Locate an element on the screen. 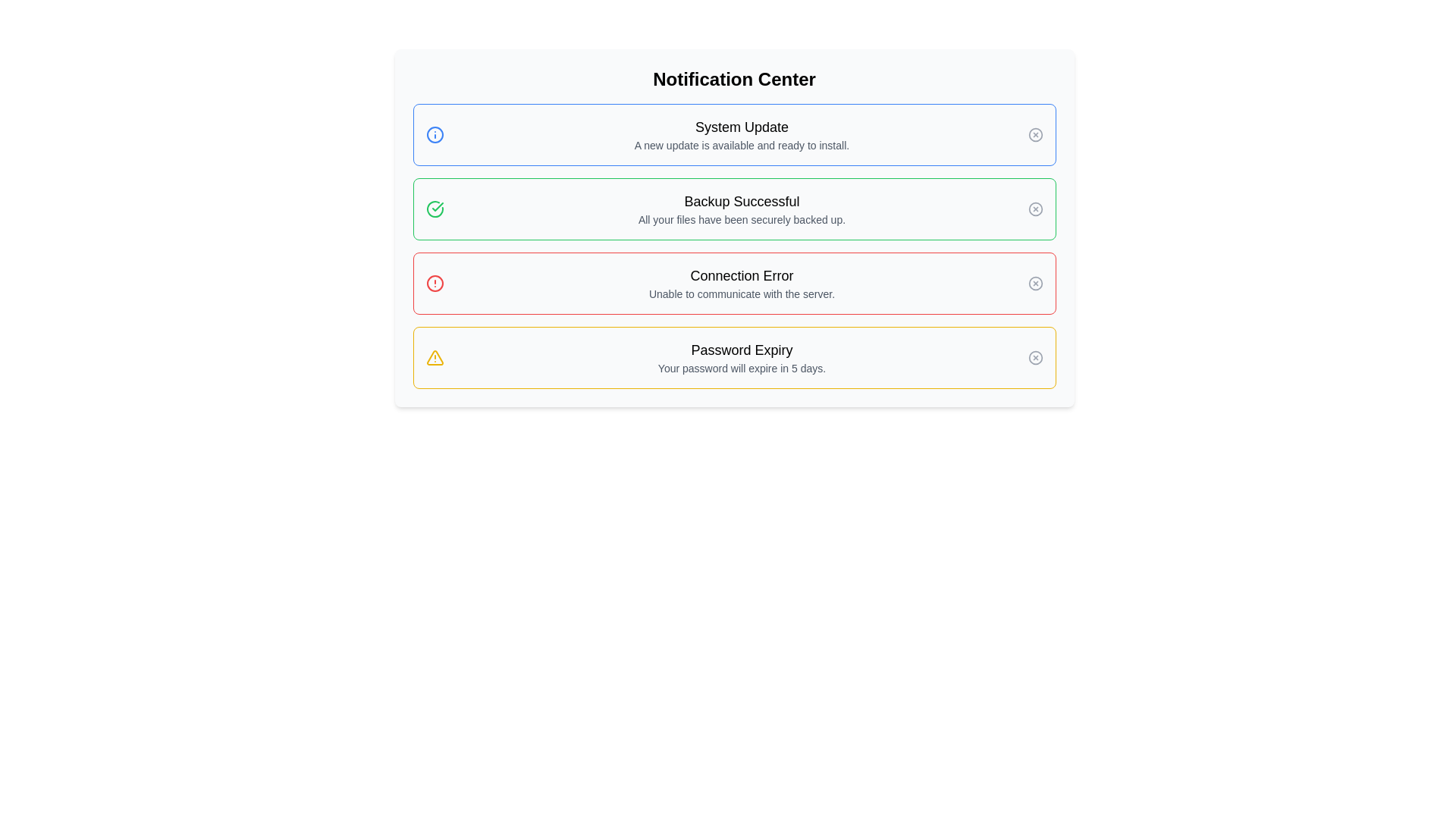 The height and width of the screenshot is (819, 1456). the visual state of the 'Backup Successful' icon located in the notification center, which is the leftmost item in the second notification block is located at coordinates (434, 209).